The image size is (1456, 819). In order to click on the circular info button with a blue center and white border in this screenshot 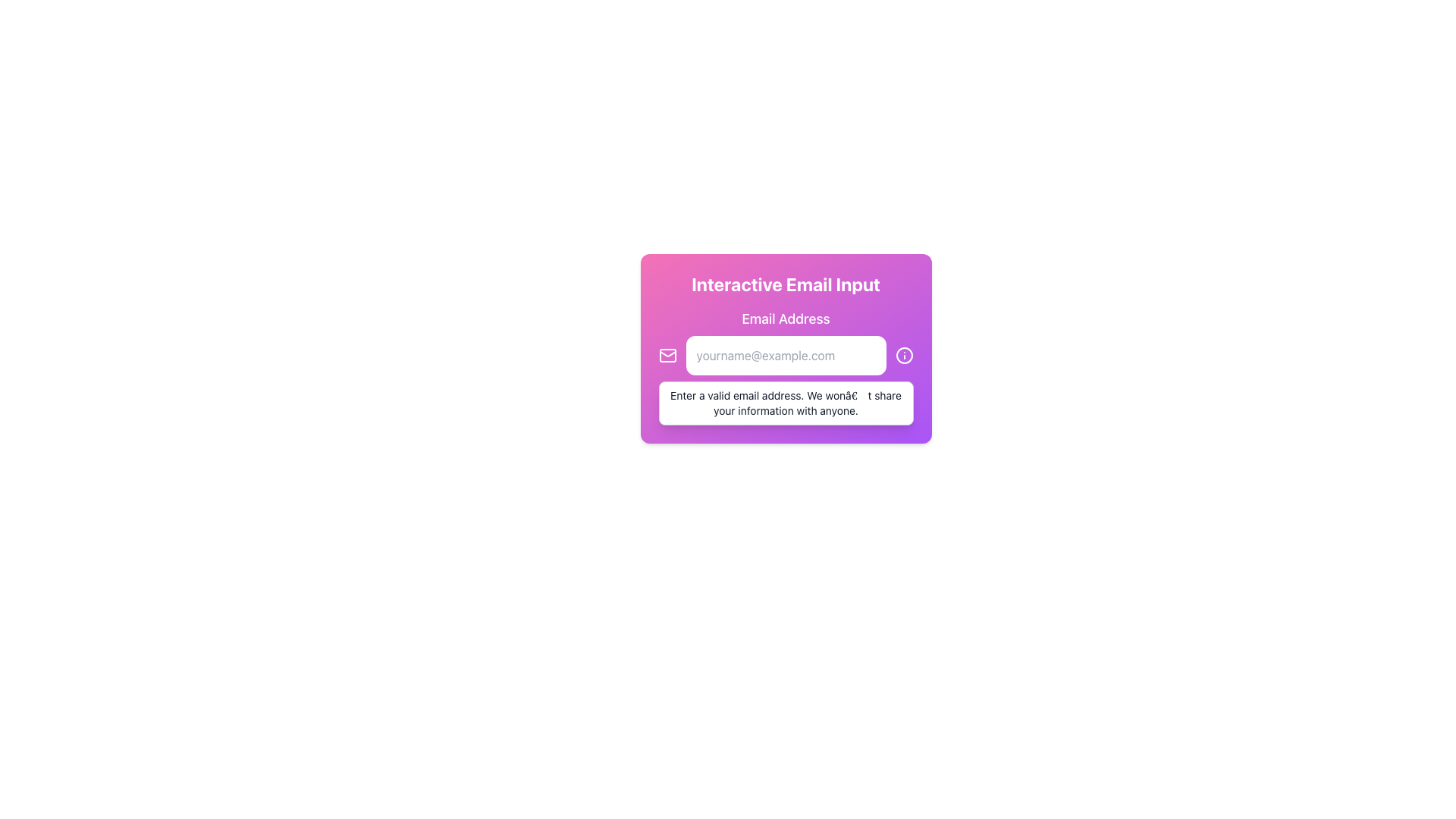, I will do `click(904, 356)`.